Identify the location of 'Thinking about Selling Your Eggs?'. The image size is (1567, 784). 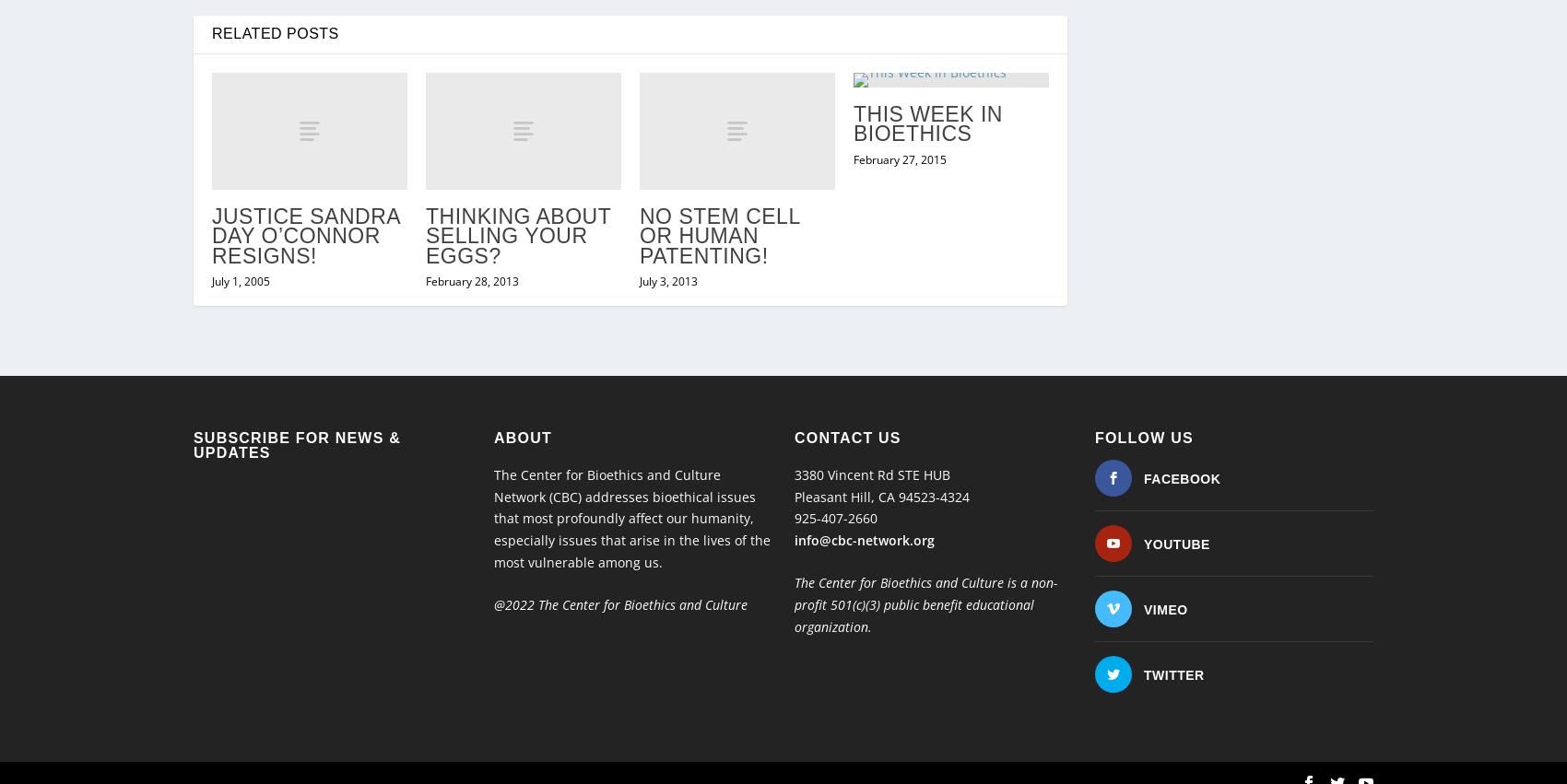
(517, 197).